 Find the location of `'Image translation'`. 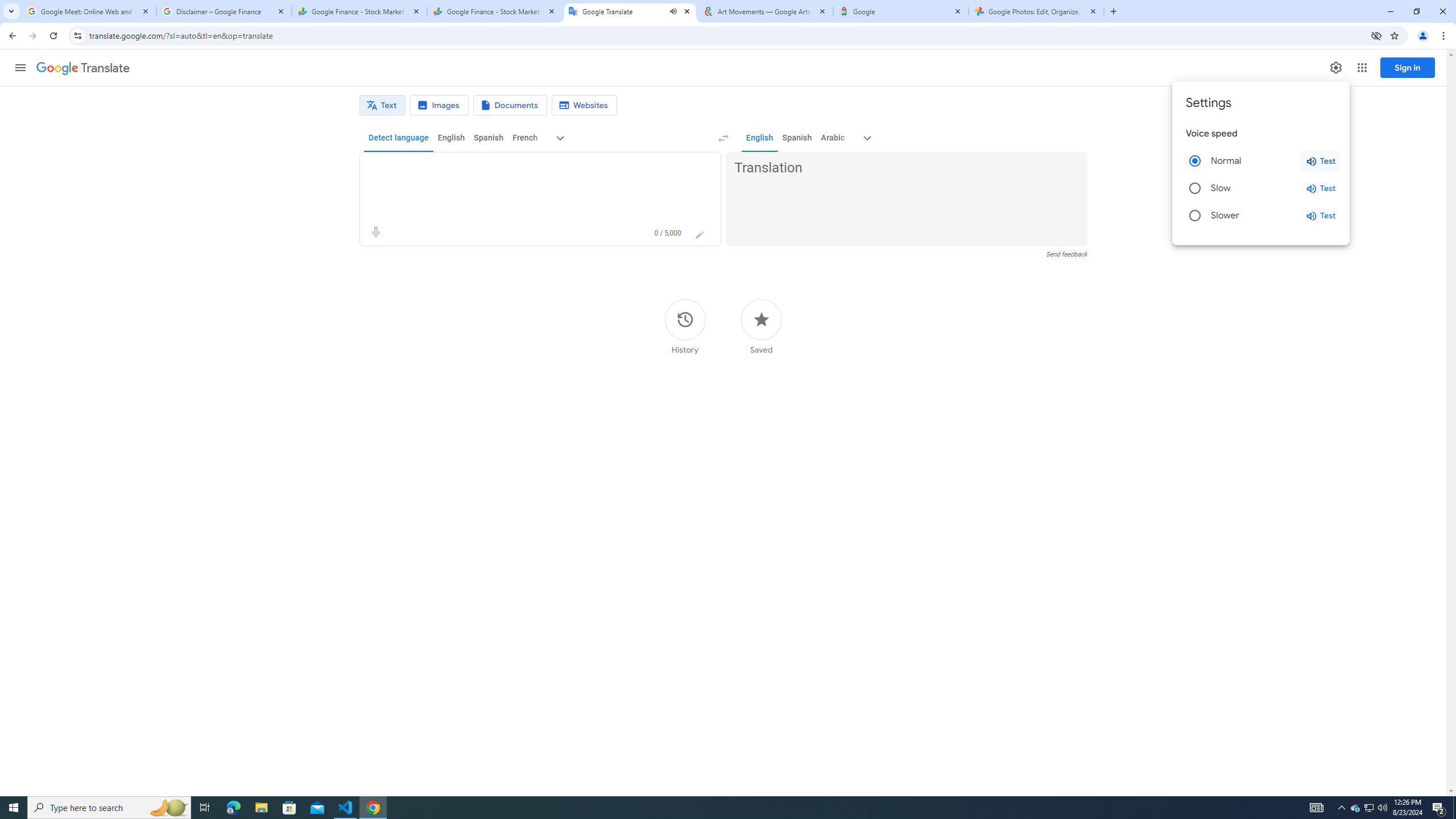

'Image translation' is located at coordinates (440, 105).